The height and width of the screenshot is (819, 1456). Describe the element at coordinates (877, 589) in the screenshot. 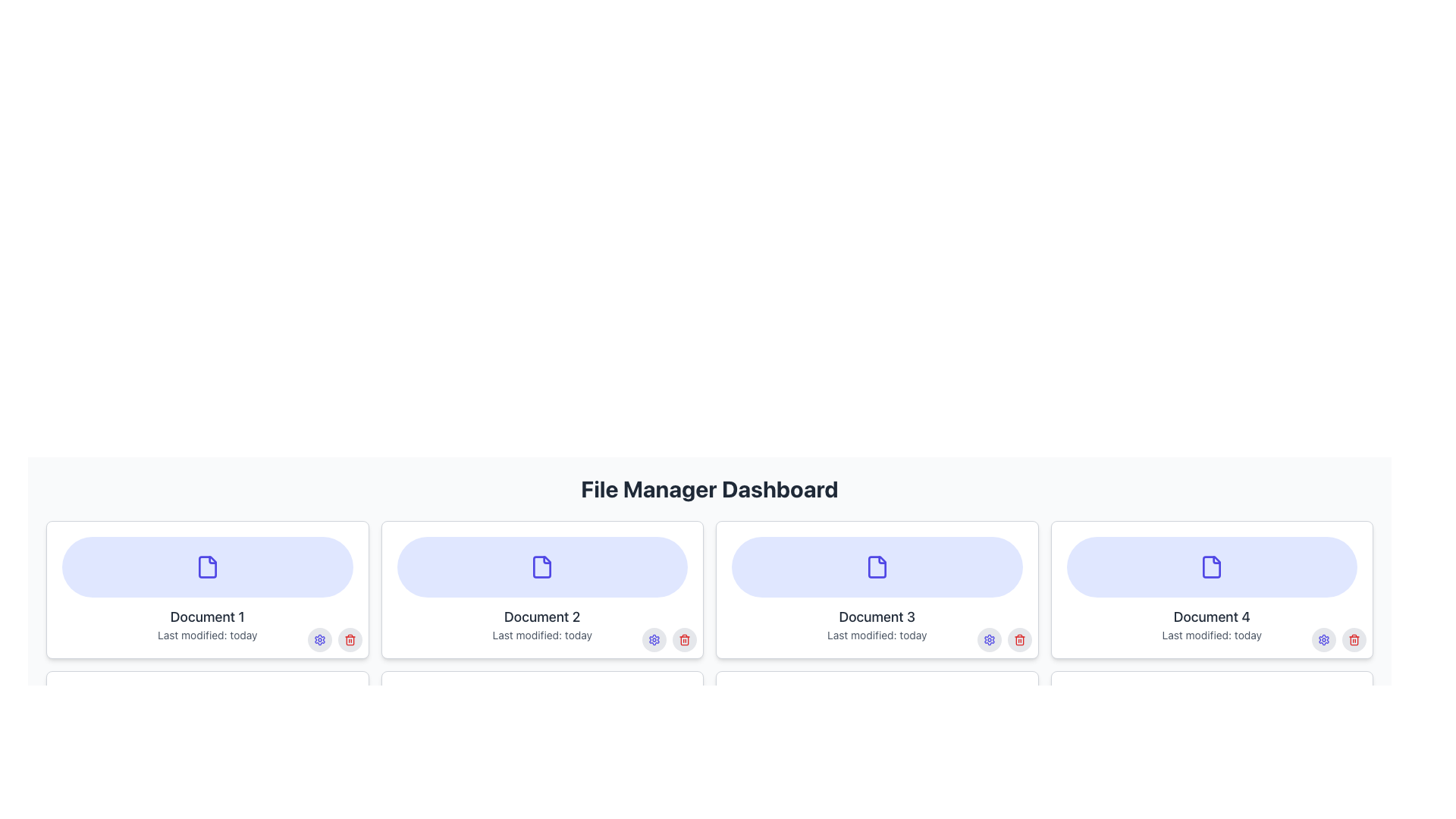

I see `the document card labeled 'Document 3' in the file manager dashboard` at that location.